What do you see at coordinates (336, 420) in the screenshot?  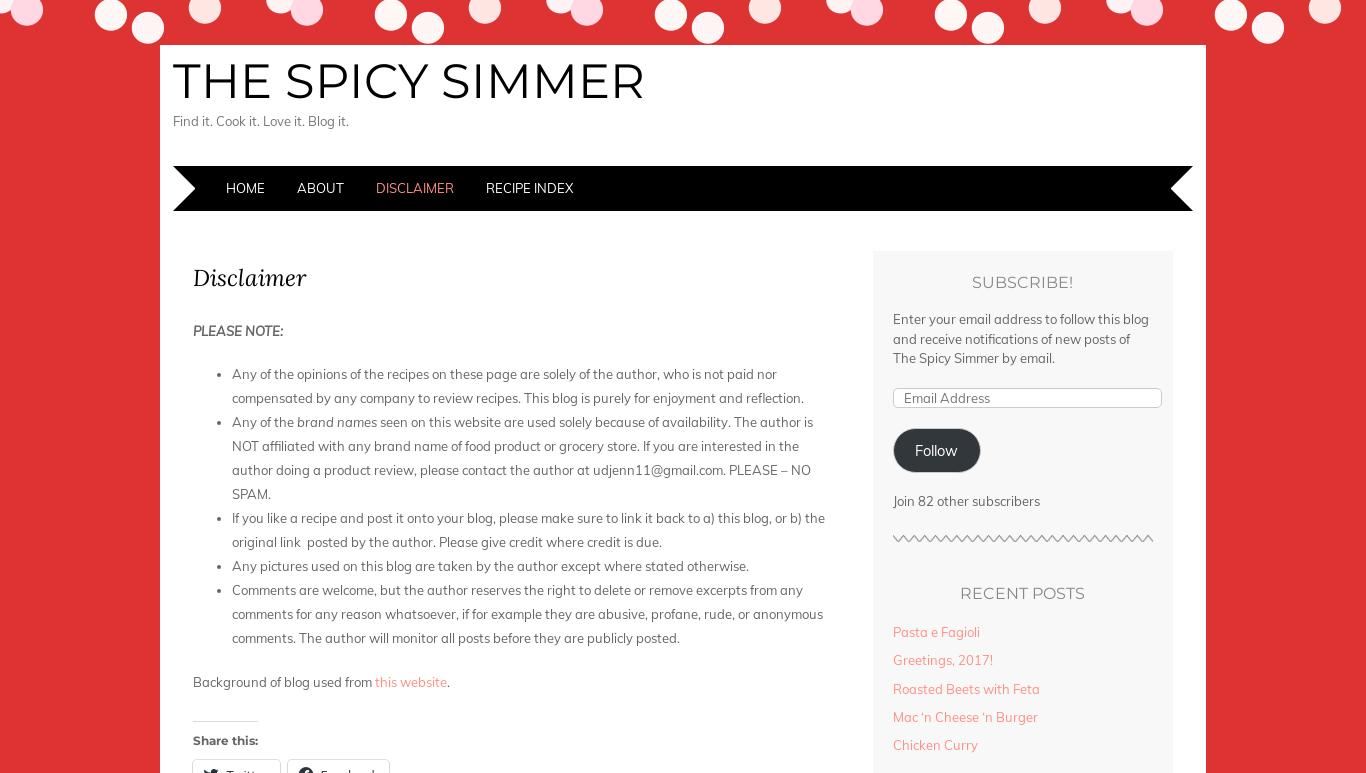 I see `'brand names'` at bounding box center [336, 420].